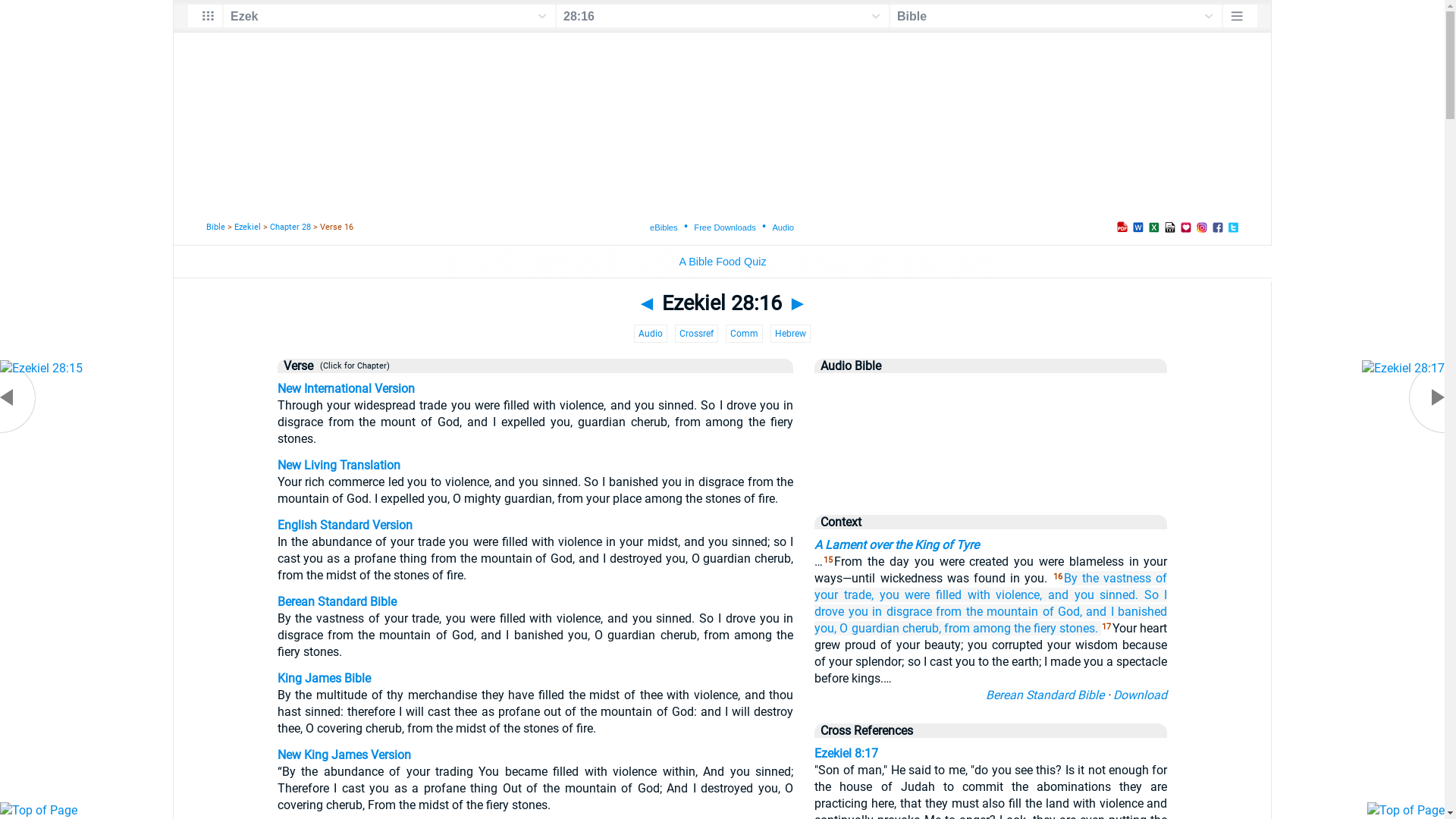  I want to click on 'Download', so click(1140, 695).